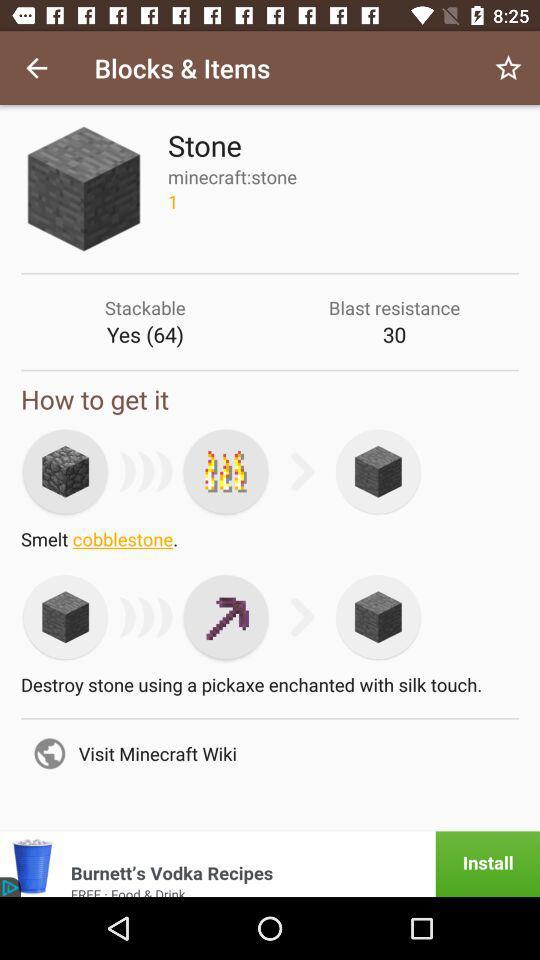  I want to click on icon next to blocks & items, so click(508, 68).